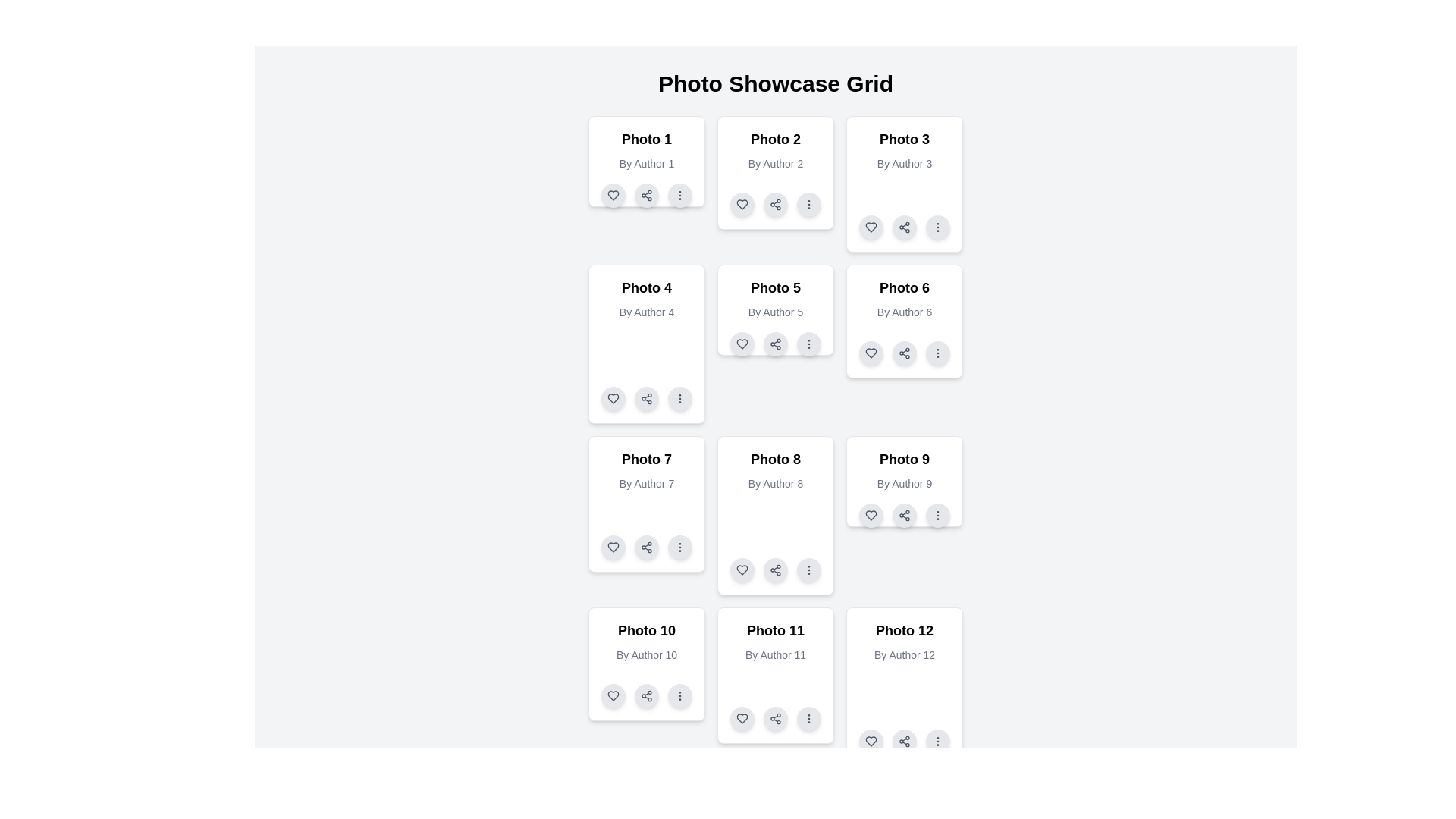 The image size is (1456, 819). I want to click on the share icon located on the first Card element that showcases a photo, title, and author, positioned in the top-left corner of the grid, so click(647, 161).